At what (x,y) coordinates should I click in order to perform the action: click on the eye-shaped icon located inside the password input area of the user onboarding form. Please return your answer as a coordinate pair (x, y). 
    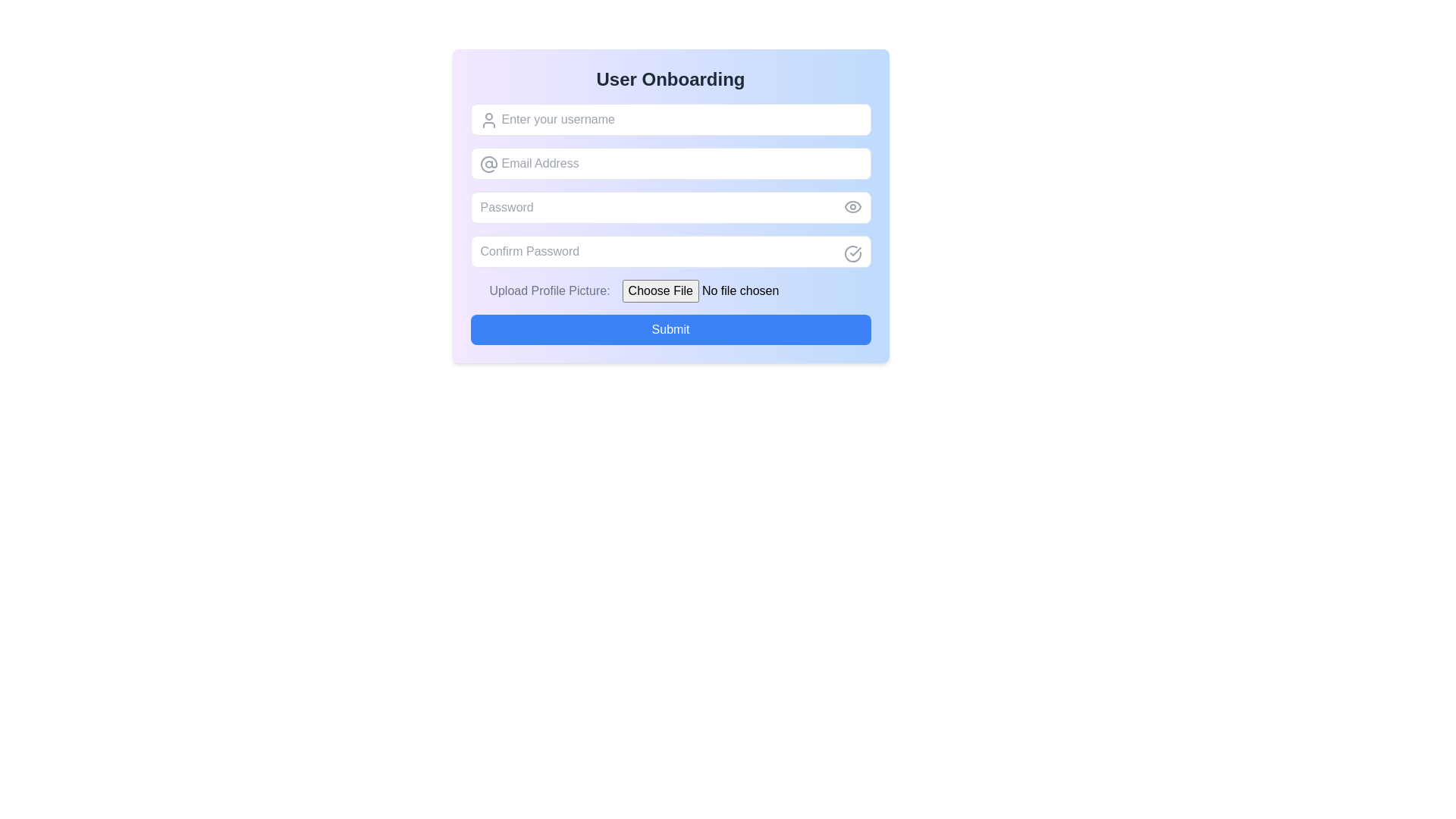
    Looking at the image, I should click on (852, 207).